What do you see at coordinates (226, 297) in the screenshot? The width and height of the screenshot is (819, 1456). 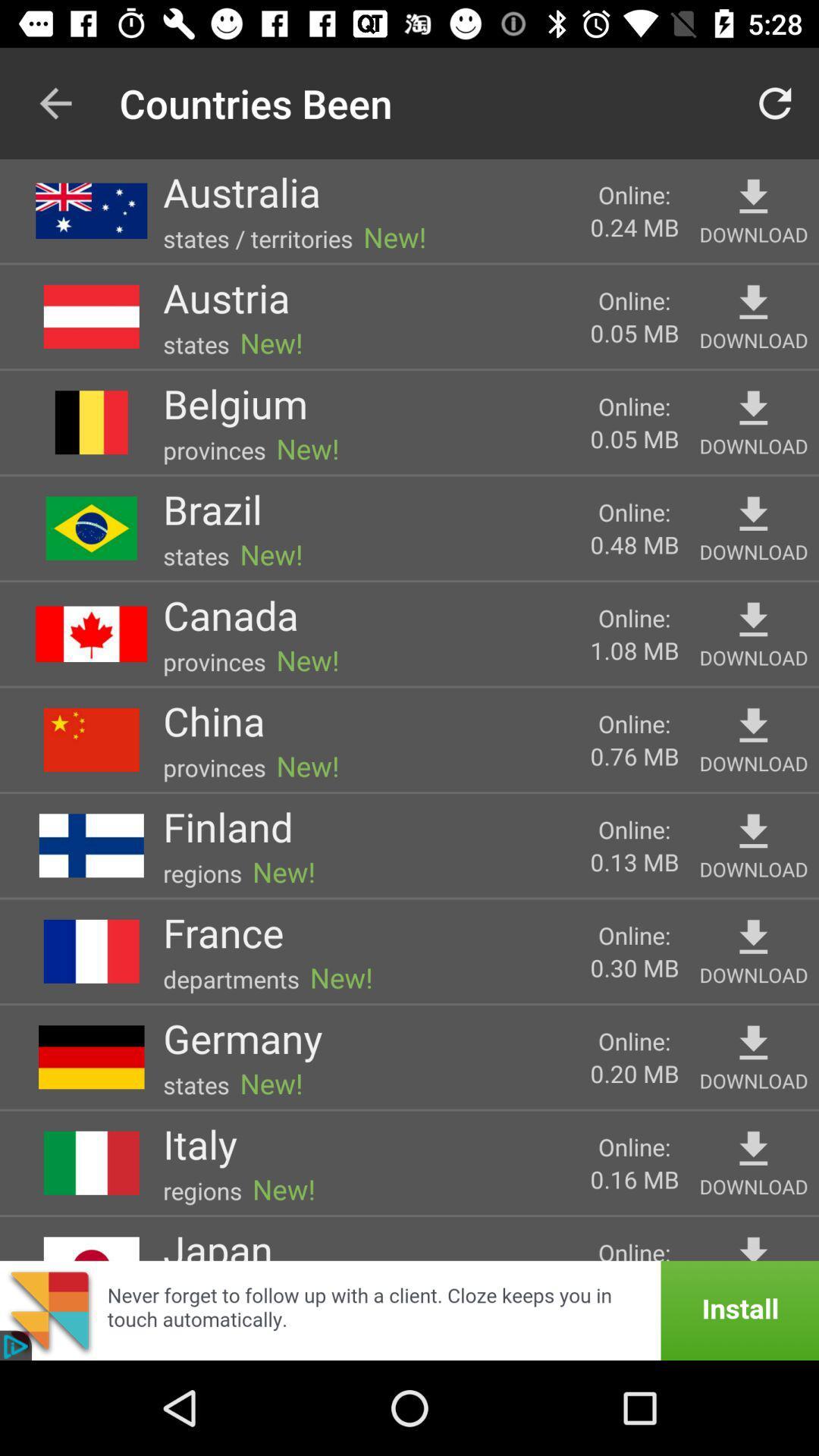 I see `the austria` at bounding box center [226, 297].